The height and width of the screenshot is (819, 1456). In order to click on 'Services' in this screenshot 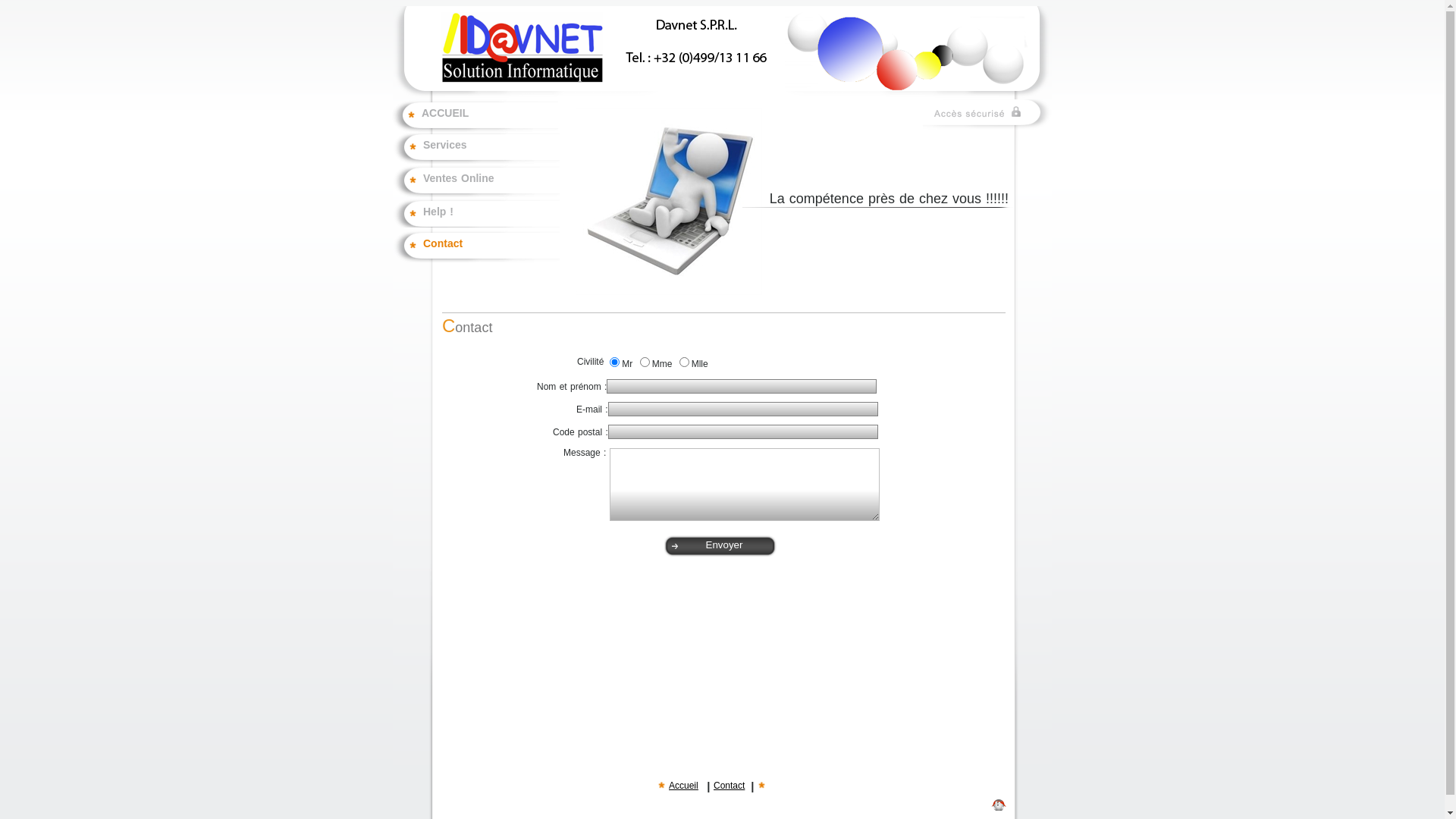, I will do `click(491, 152)`.